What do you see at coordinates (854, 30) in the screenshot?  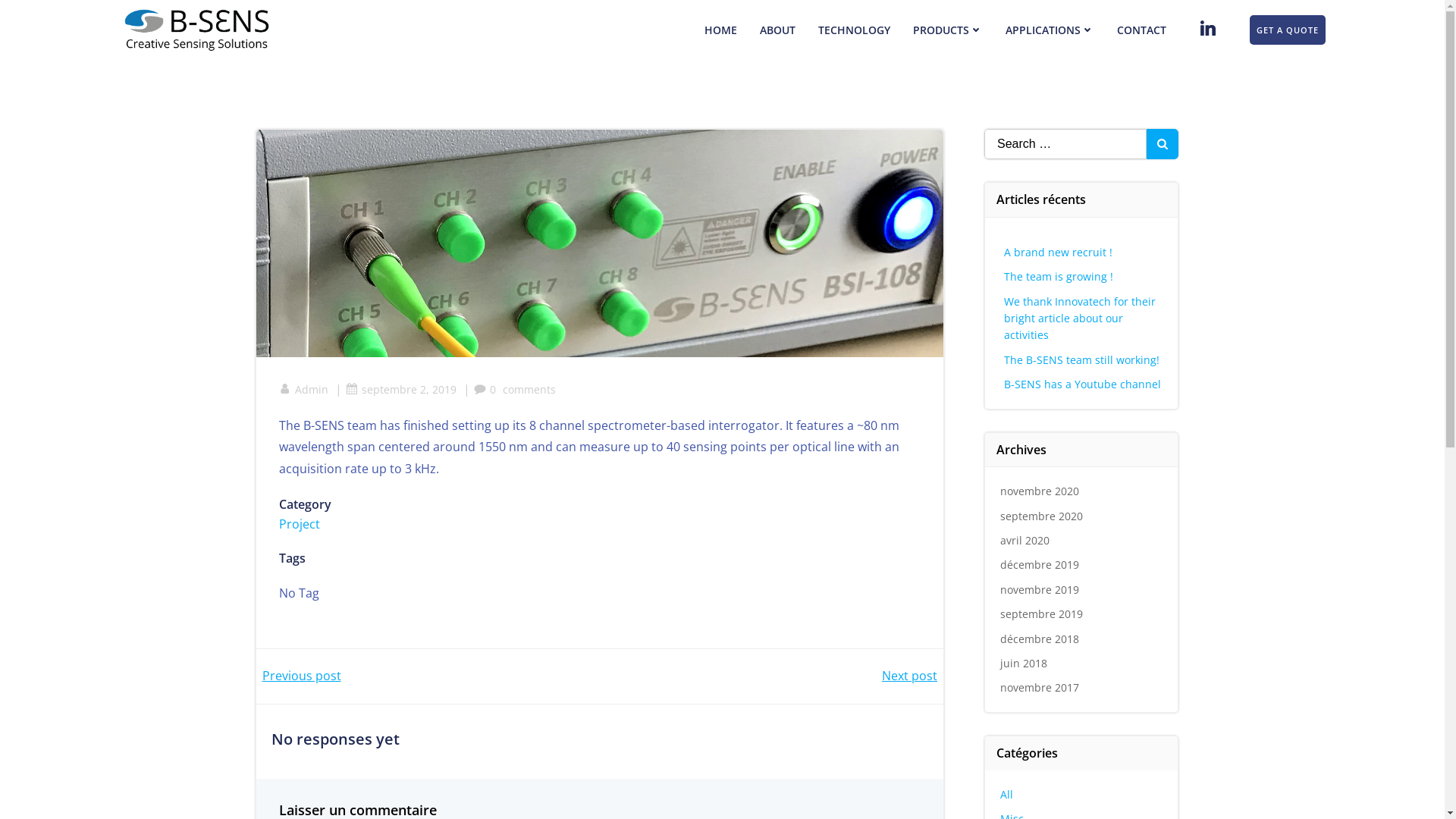 I see `'TECHNOLOGY'` at bounding box center [854, 30].